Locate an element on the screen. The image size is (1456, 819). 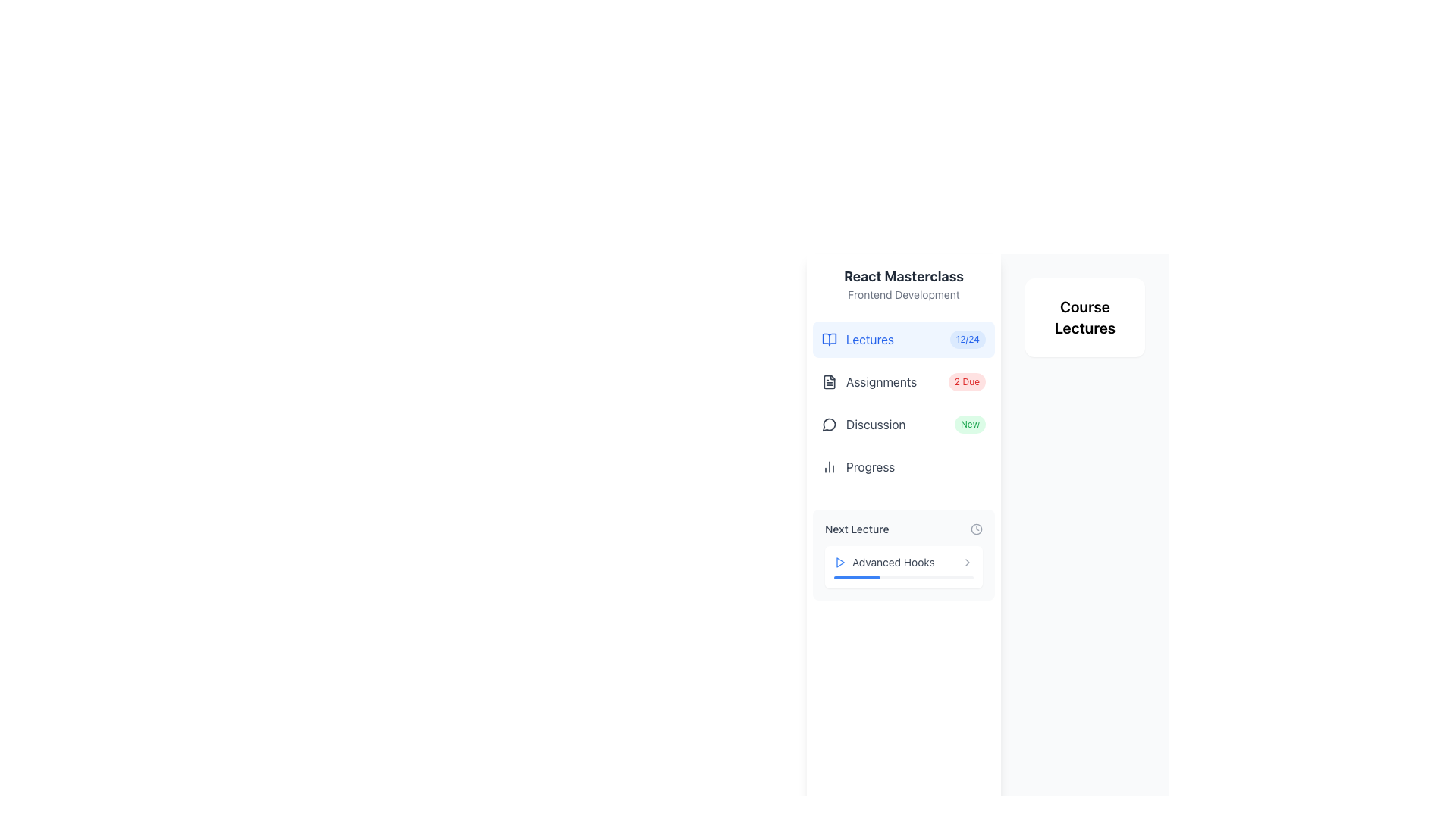
displayed value '12/24' from the small oval-shaped light blue badge located to the right of the 'Lectures' label in the navigation panel is located at coordinates (967, 338).